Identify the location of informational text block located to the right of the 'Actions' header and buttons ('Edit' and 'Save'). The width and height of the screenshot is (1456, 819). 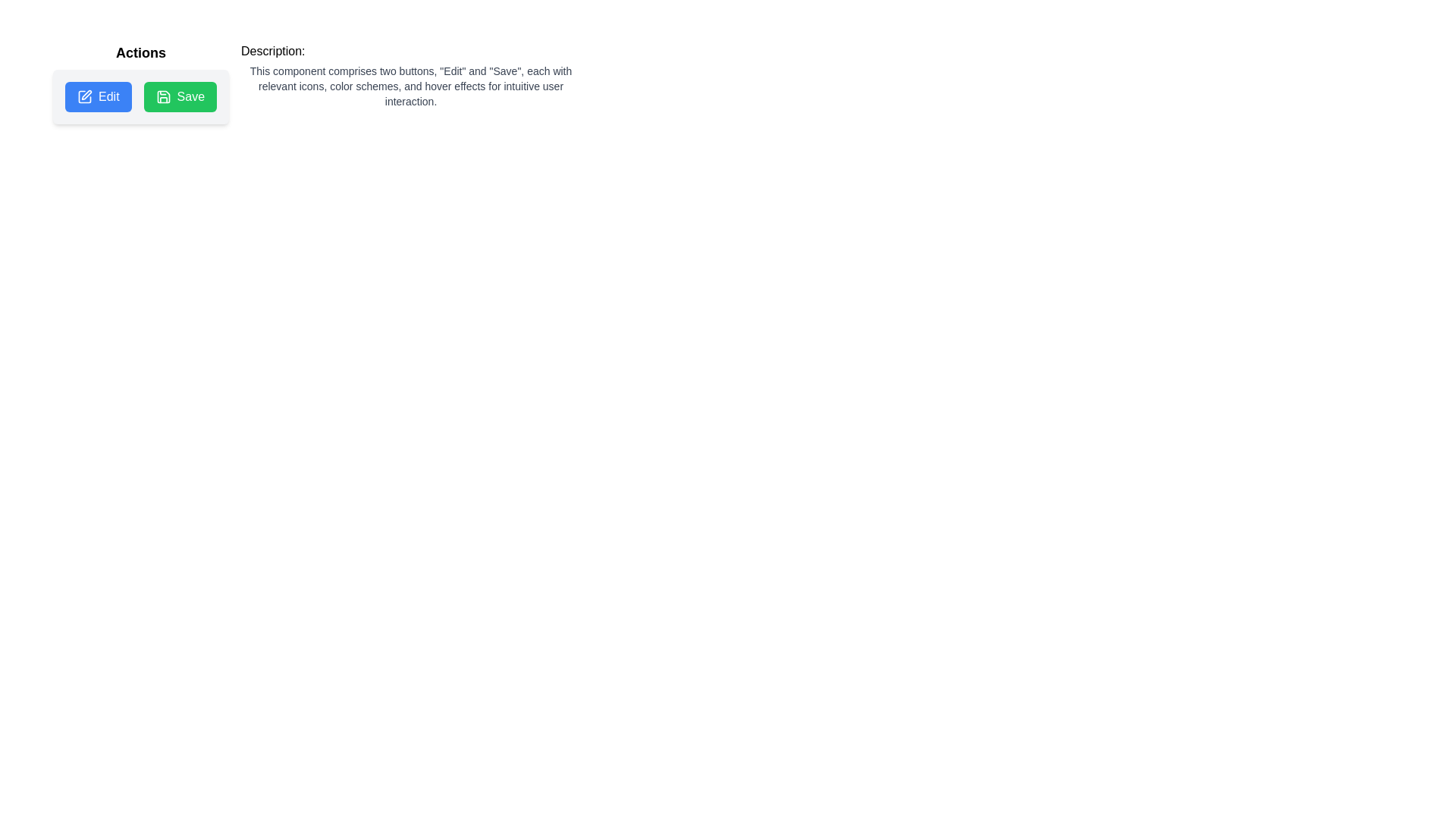
(411, 76).